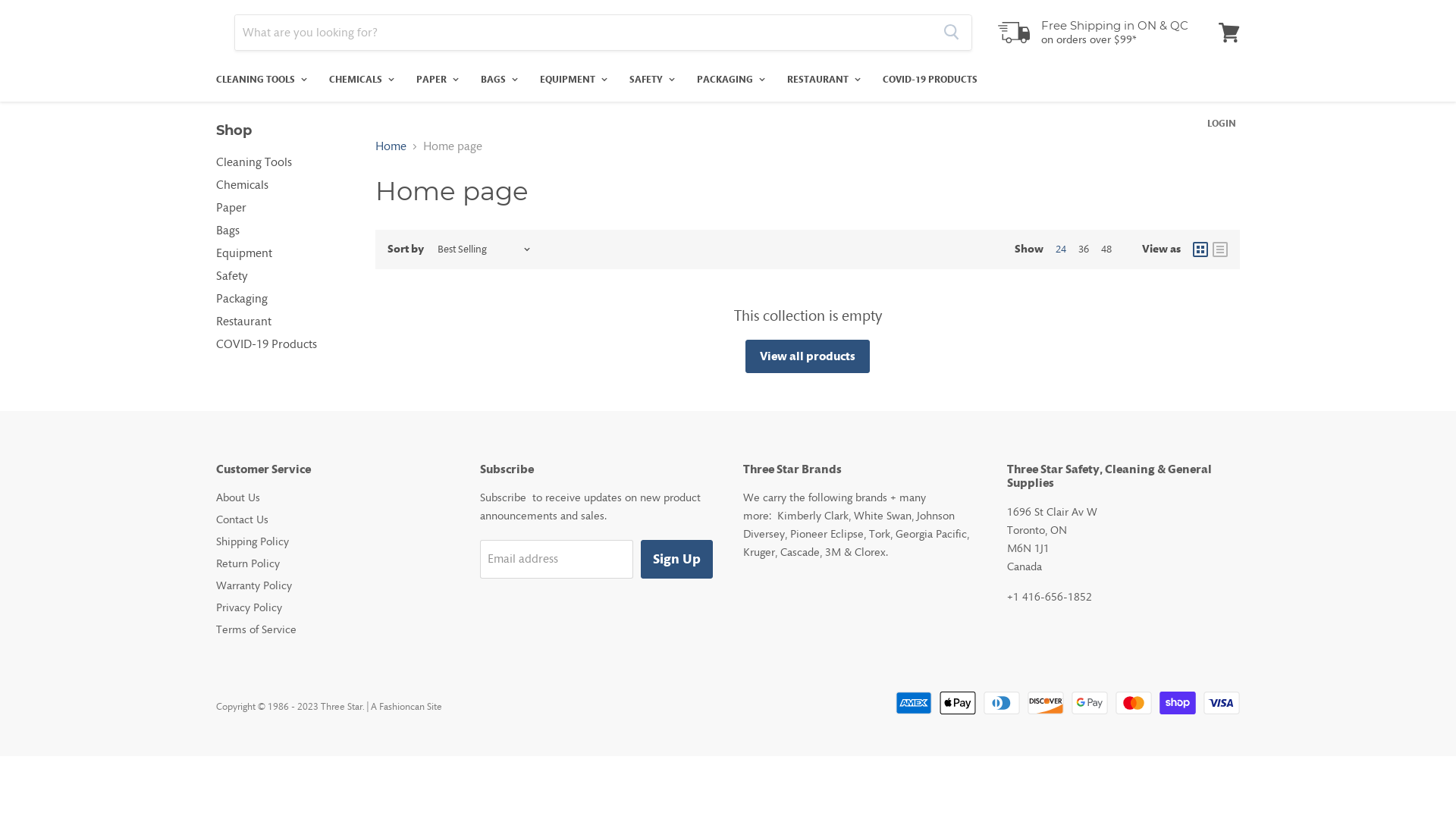 The height and width of the screenshot is (819, 1456). What do you see at coordinates (316, 79) in the screenshot?
I see `'CHEMICALS'` at bounding box center [316, 79].